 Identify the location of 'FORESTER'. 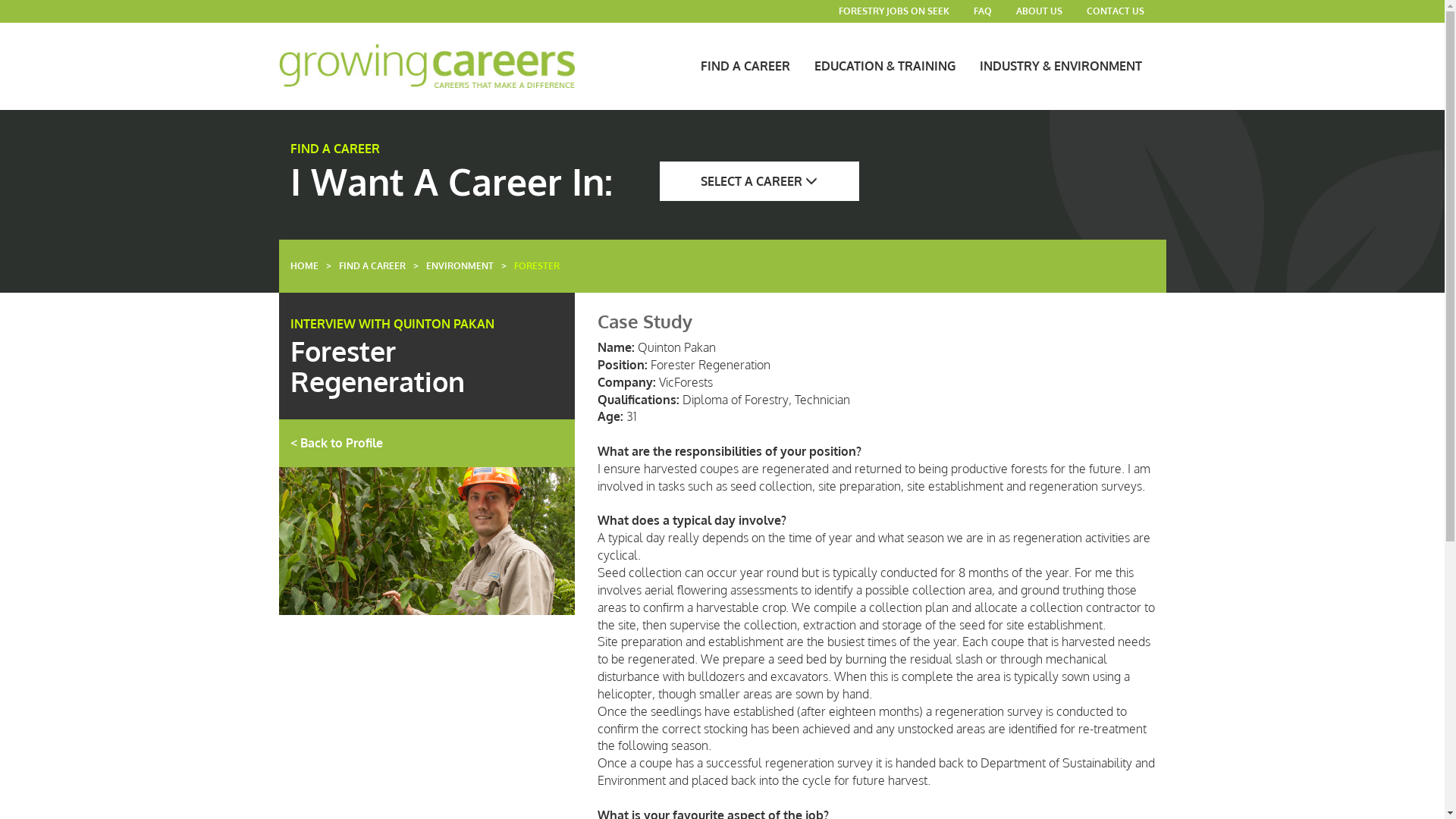
(541, 265).